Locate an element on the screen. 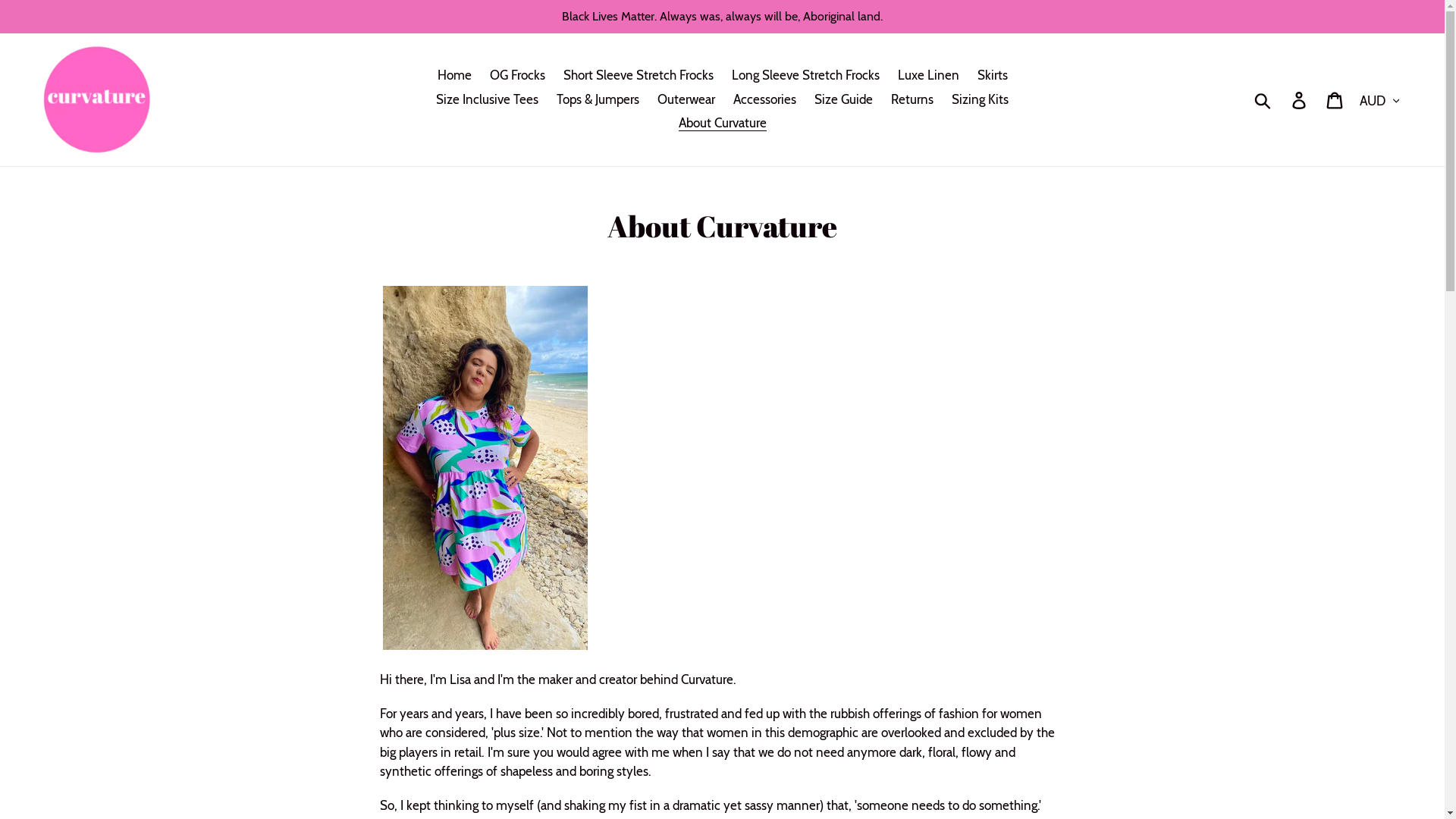  'Size Guide' is located at coordinates (843, 99).